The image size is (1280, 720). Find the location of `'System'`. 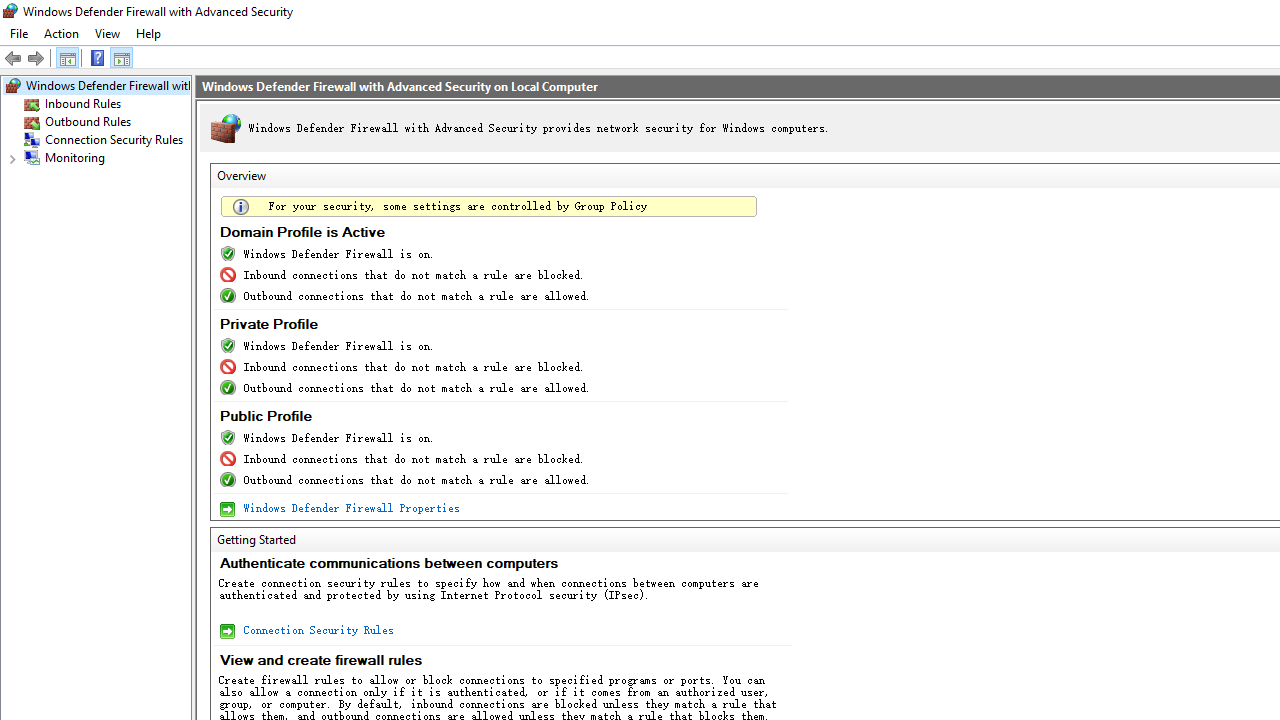

'System' is located at coordinates (10, 11).